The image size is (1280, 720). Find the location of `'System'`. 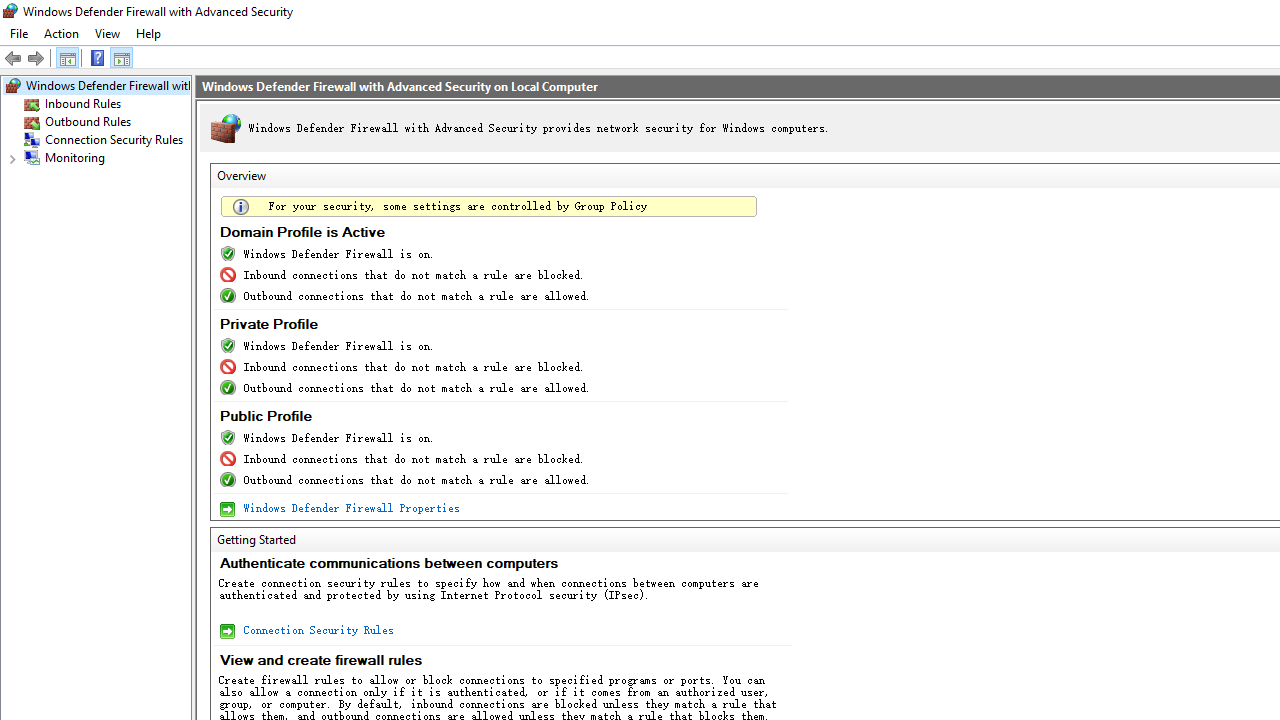

'System' is located at coordinates (10, 11).